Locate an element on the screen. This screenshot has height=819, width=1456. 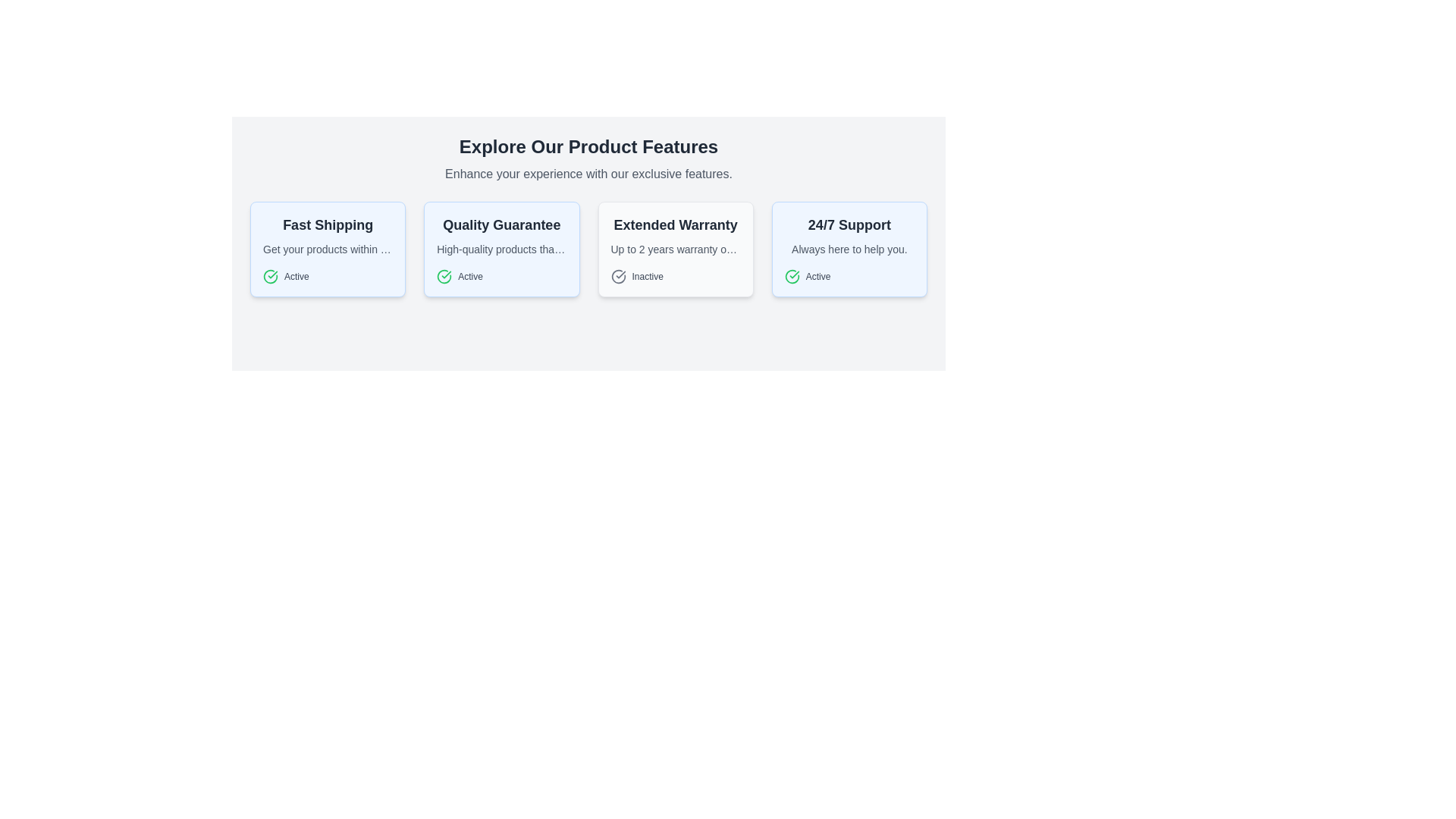
the 'Active' status icon of the 'Fast Shipping' feature is located at coordinates (270, 277).